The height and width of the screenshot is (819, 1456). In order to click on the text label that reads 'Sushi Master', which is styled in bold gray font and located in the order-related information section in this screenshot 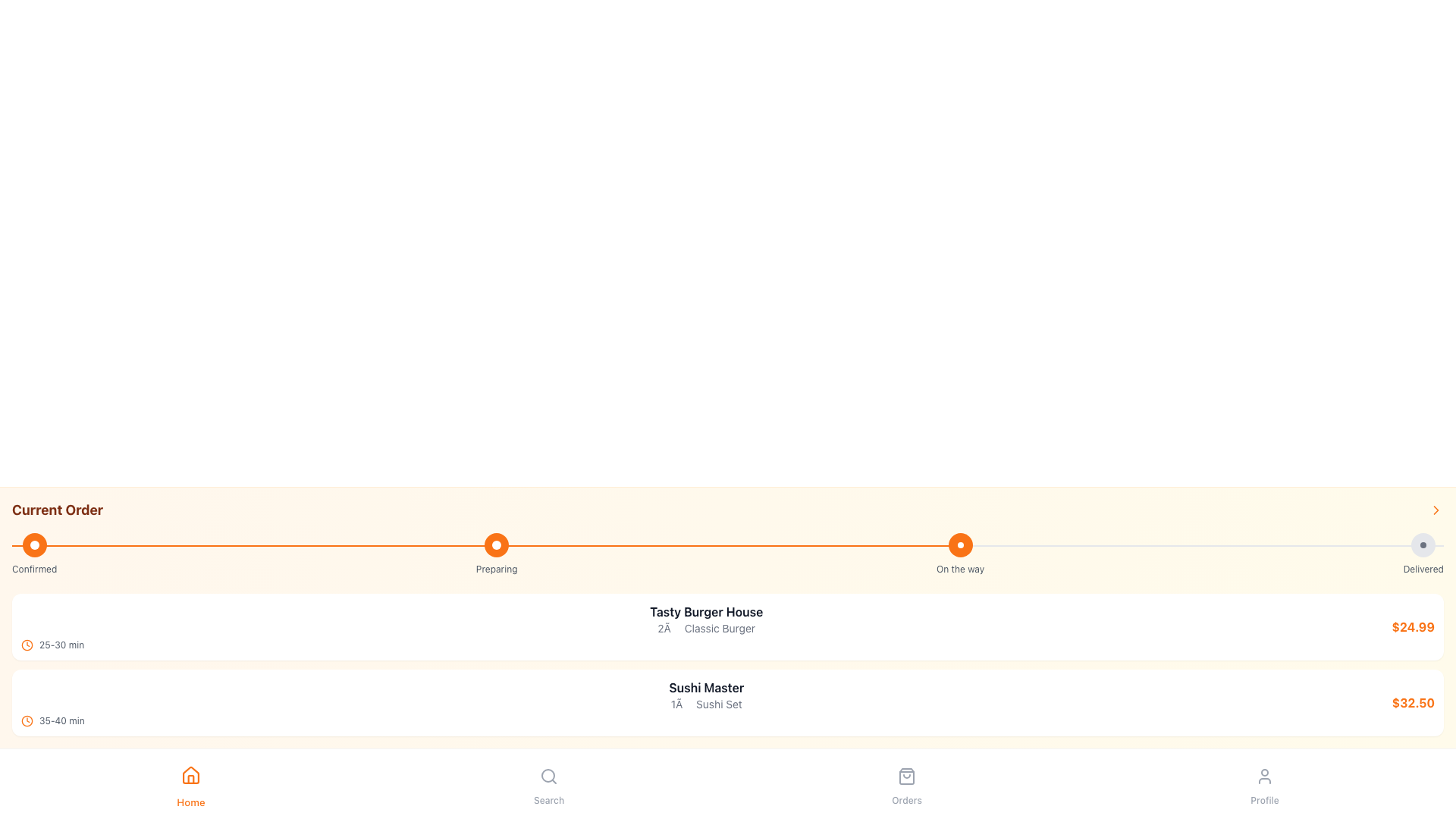, I will do `click(705, 687)`.